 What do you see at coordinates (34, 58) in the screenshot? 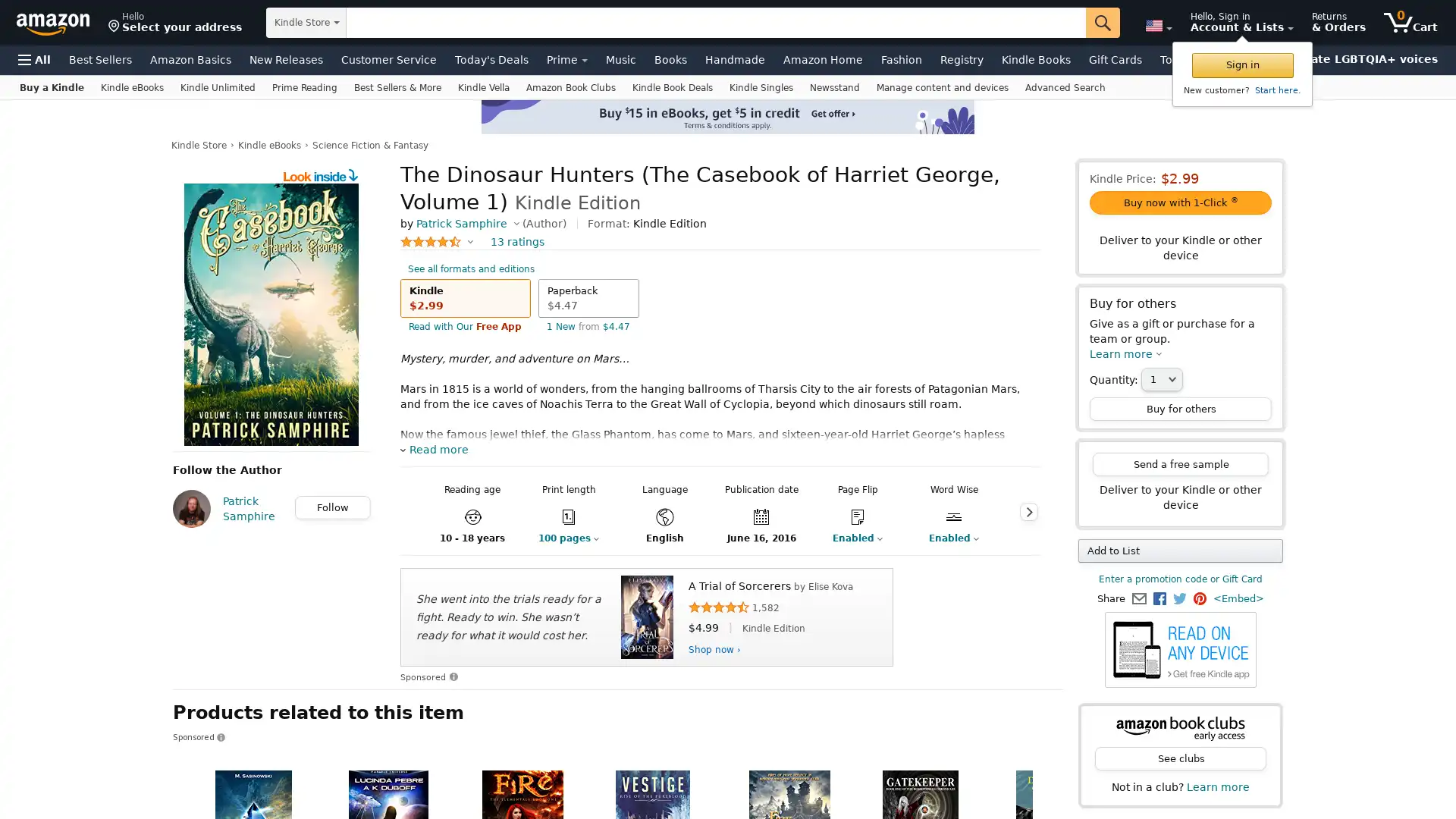
I see `Open Menu` at bounding box center [34, 58].